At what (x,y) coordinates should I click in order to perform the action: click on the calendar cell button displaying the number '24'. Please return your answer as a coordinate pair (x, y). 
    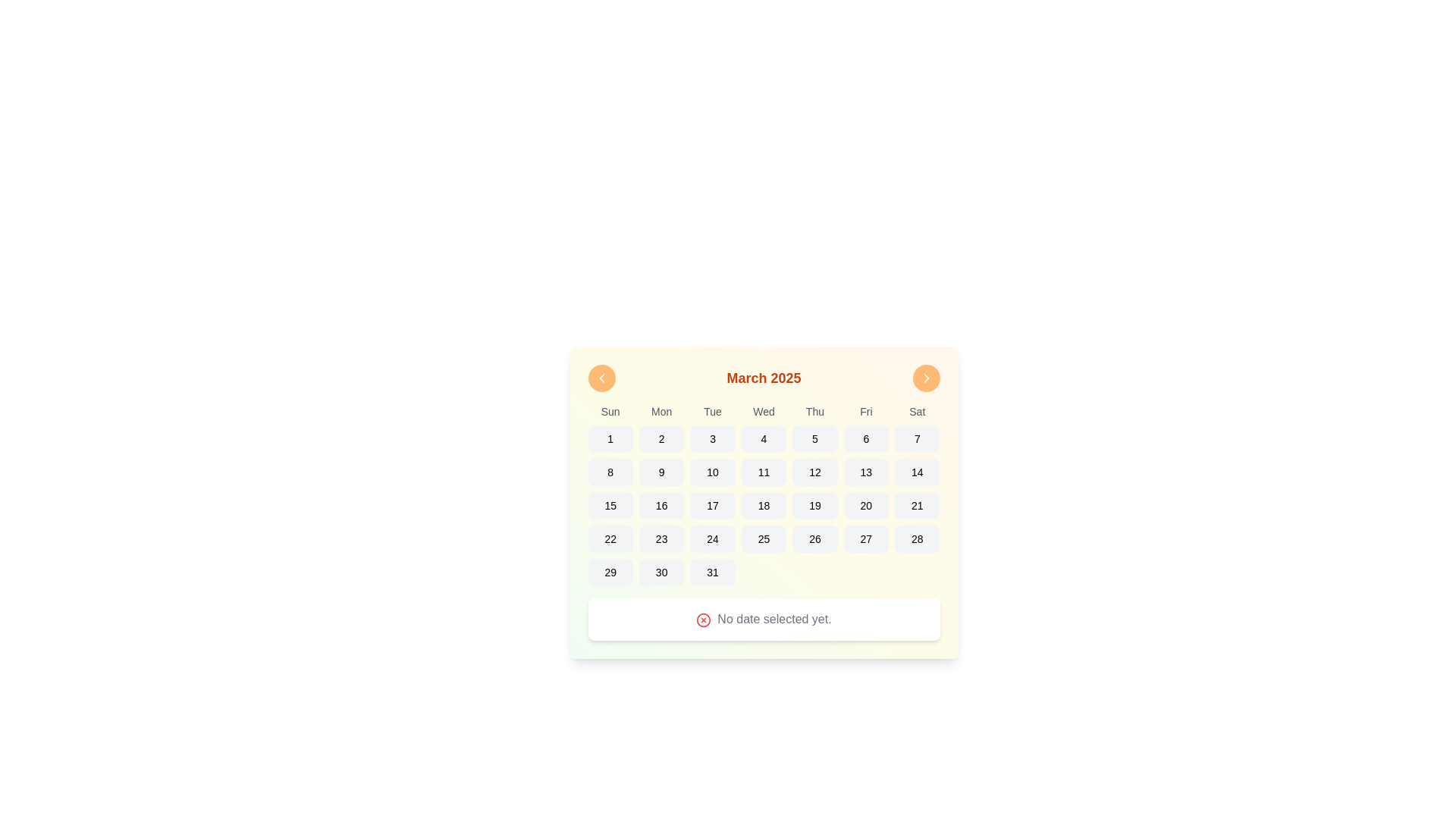
    Looking at the image, I should click on (712, 538).